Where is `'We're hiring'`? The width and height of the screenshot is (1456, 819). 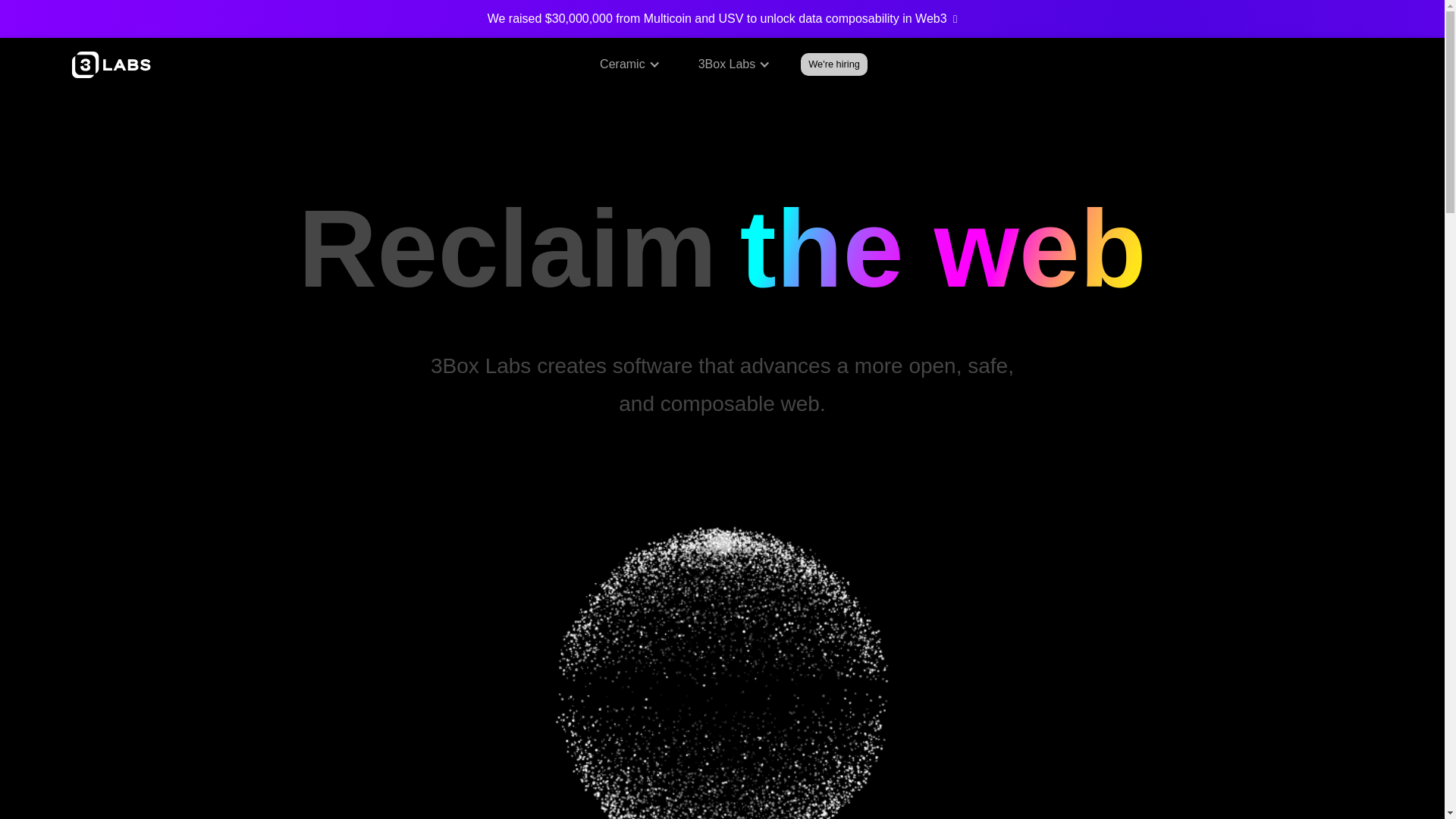 'We're hiring' is located at coordinates (833, 63).